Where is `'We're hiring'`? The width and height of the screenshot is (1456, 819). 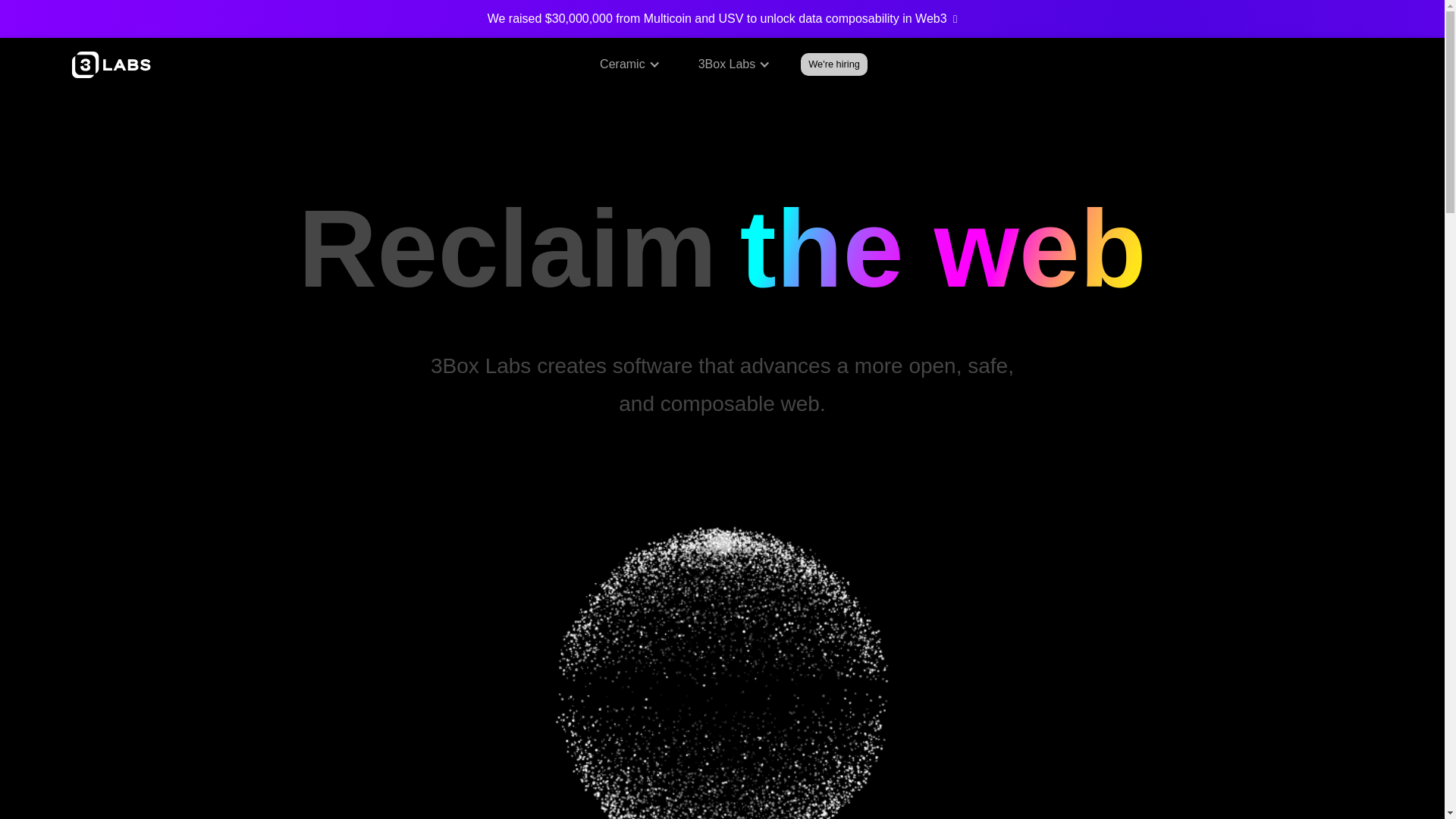 'We're hiring' is located at coordinates (833, 63).